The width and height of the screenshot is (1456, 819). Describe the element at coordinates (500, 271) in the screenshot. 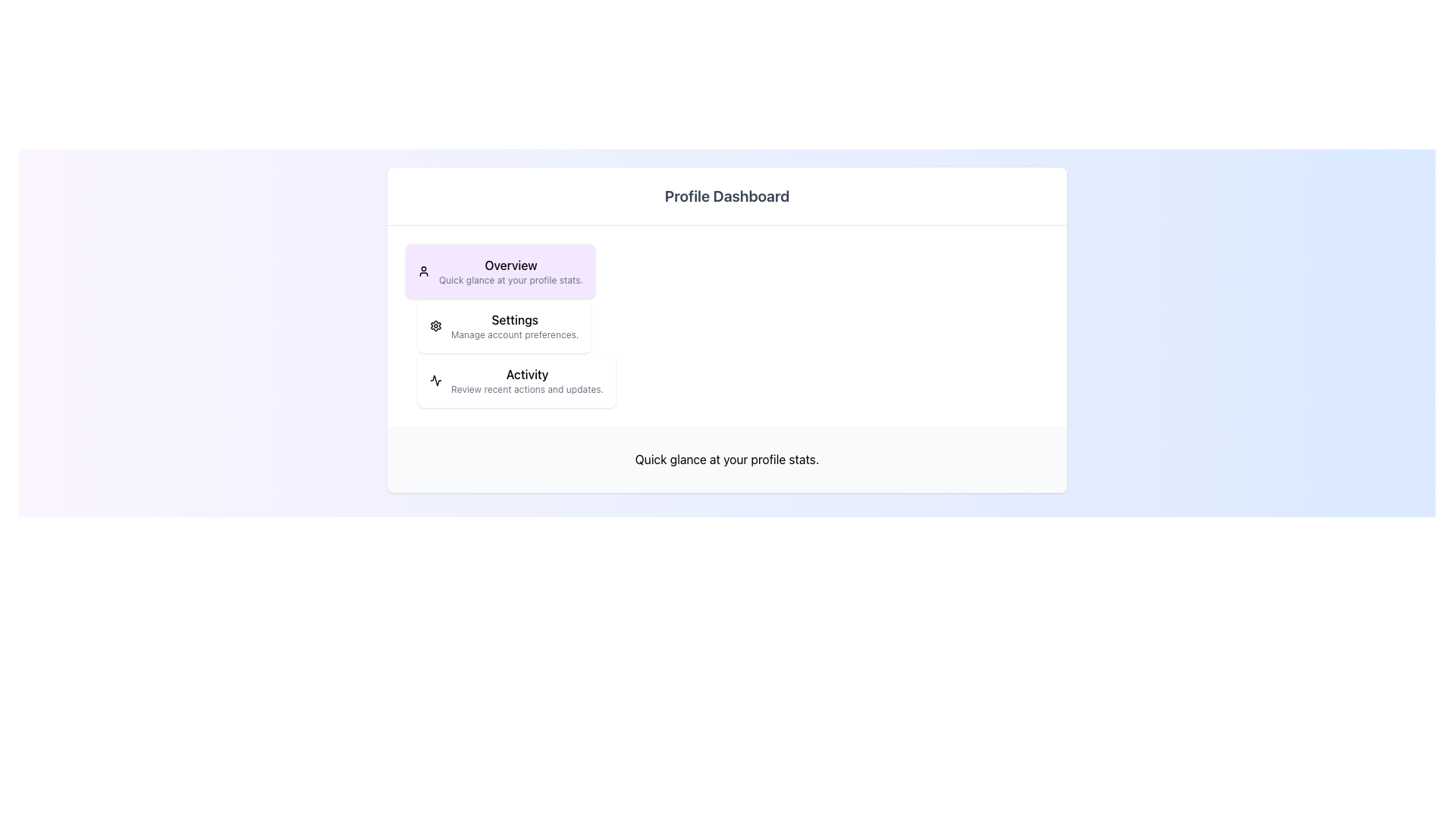

I see `the profile statistics button highlighted with a light purple background located at the top of the list under 'Profile Dashboard'` at that location.